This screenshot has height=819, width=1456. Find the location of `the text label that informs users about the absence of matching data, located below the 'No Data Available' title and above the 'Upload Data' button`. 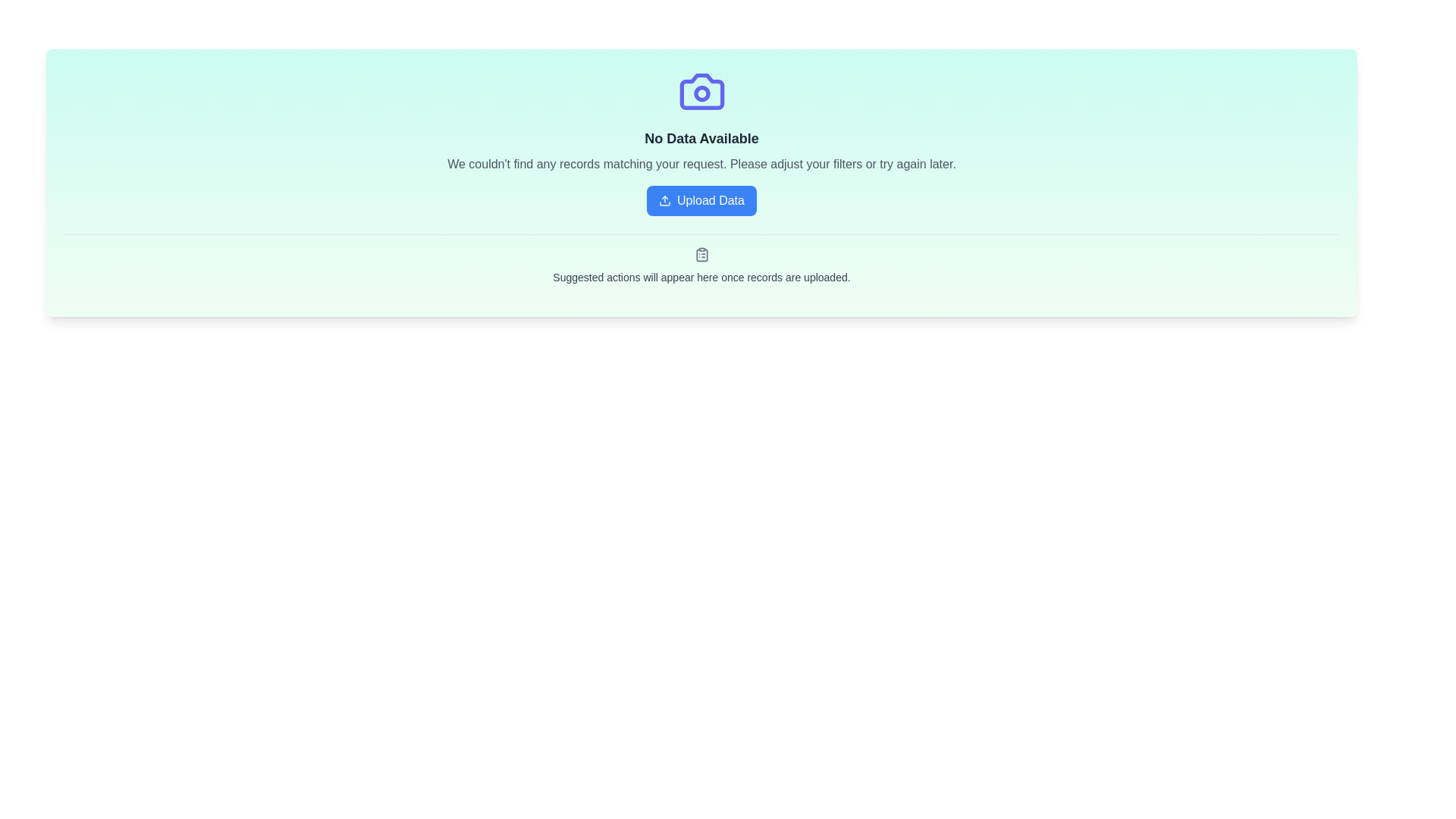

the text label that informs users about the absence of matching data, located below the 'No Data Available' title and above the 'Upload Data' button is located at coordinates (701, 164).